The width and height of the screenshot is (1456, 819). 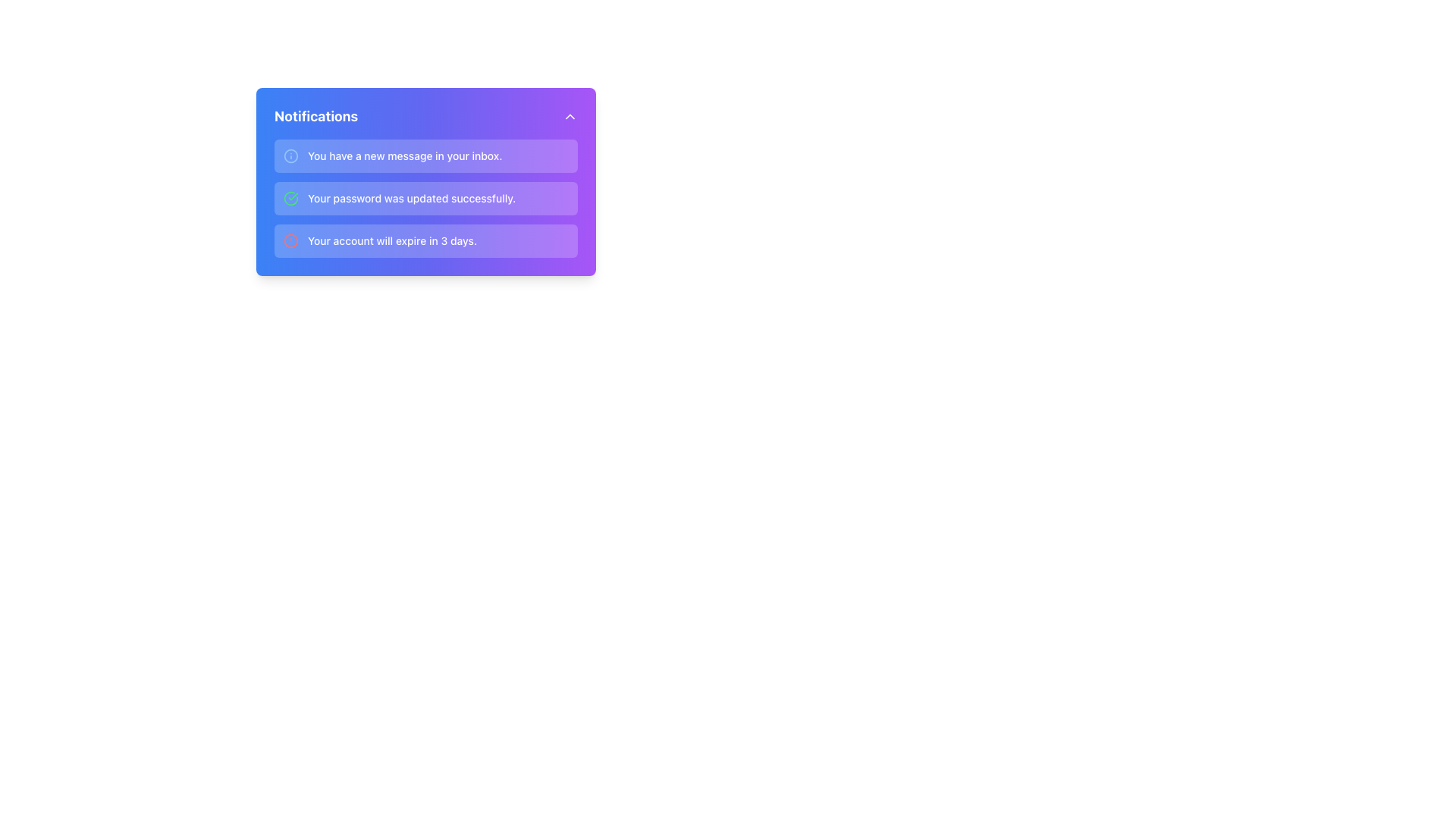 I want to click on the toggle button located to the far right of the header area of the notifications section, so click(x=570, y=116).